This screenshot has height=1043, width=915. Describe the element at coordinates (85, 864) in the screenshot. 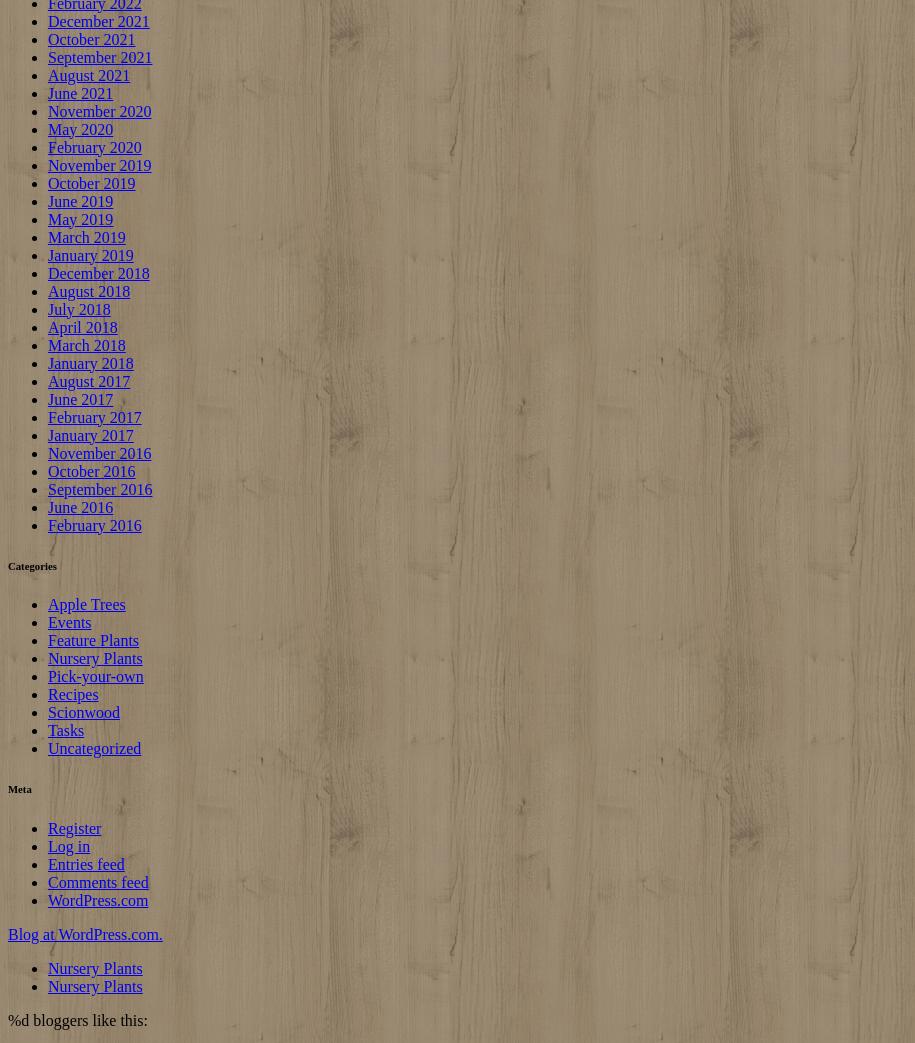

I see `'Entries feed'` at that location.